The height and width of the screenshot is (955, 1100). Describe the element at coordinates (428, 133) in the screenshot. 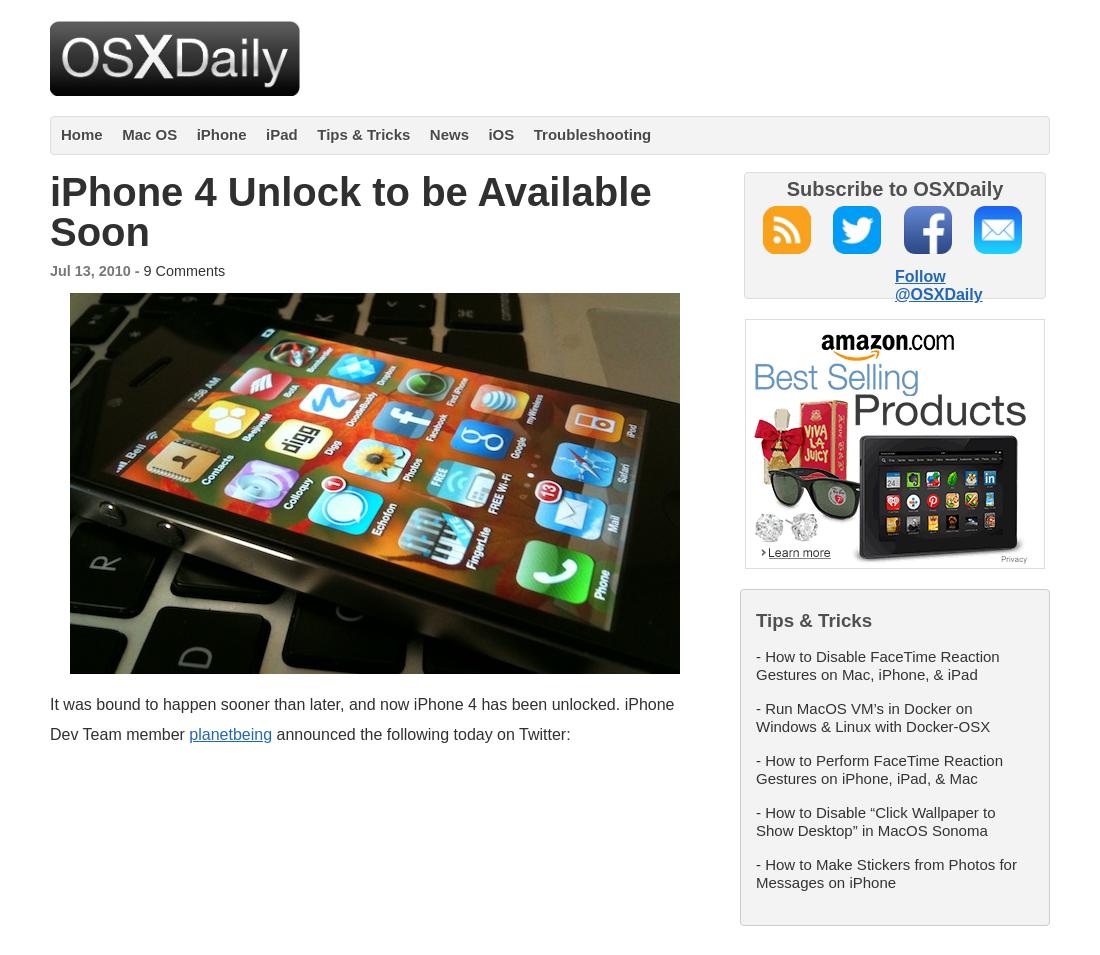

I see `'News'` at that location.